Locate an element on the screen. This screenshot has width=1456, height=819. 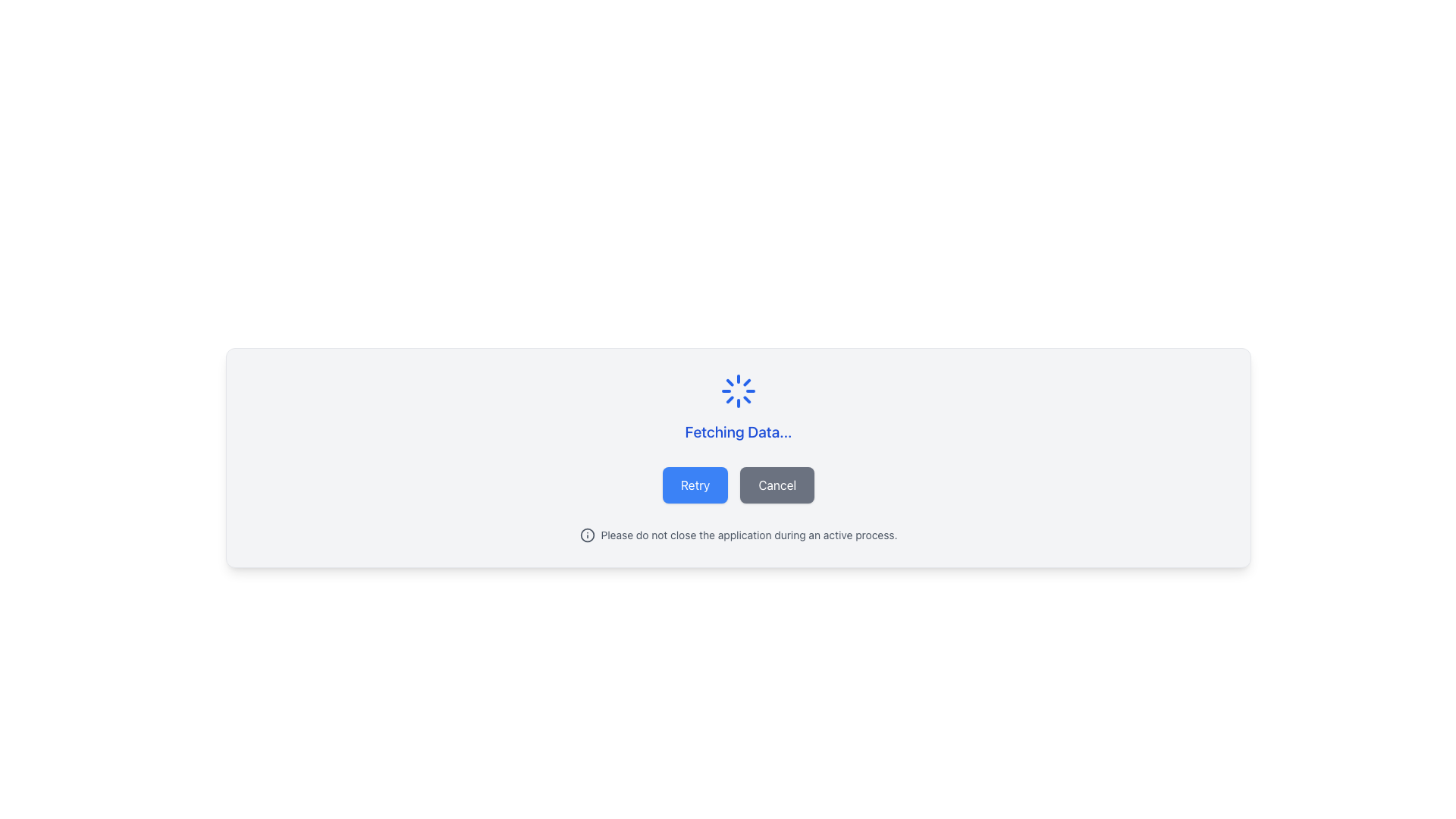
the gray text that reads 'Please do not close the application during an active process.' positioned below the 'Retry' and 'Cancel' buttons is located at coordinates (749, 534).